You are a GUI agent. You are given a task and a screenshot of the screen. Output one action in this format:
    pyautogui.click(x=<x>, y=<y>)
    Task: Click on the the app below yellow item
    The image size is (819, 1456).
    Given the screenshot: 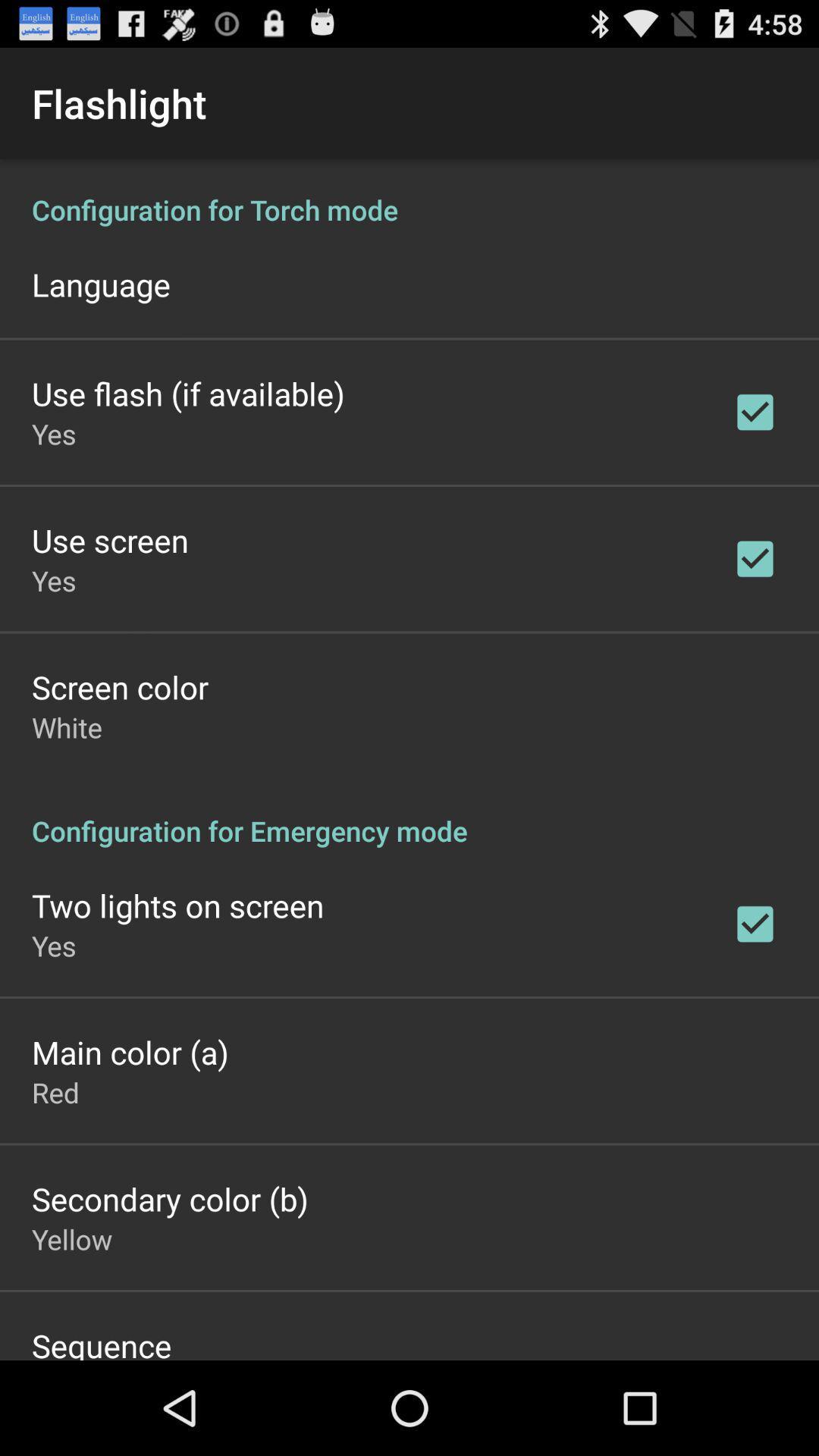 What is the action you would take?
    pyautogui.click(x=102, y=1342)
    